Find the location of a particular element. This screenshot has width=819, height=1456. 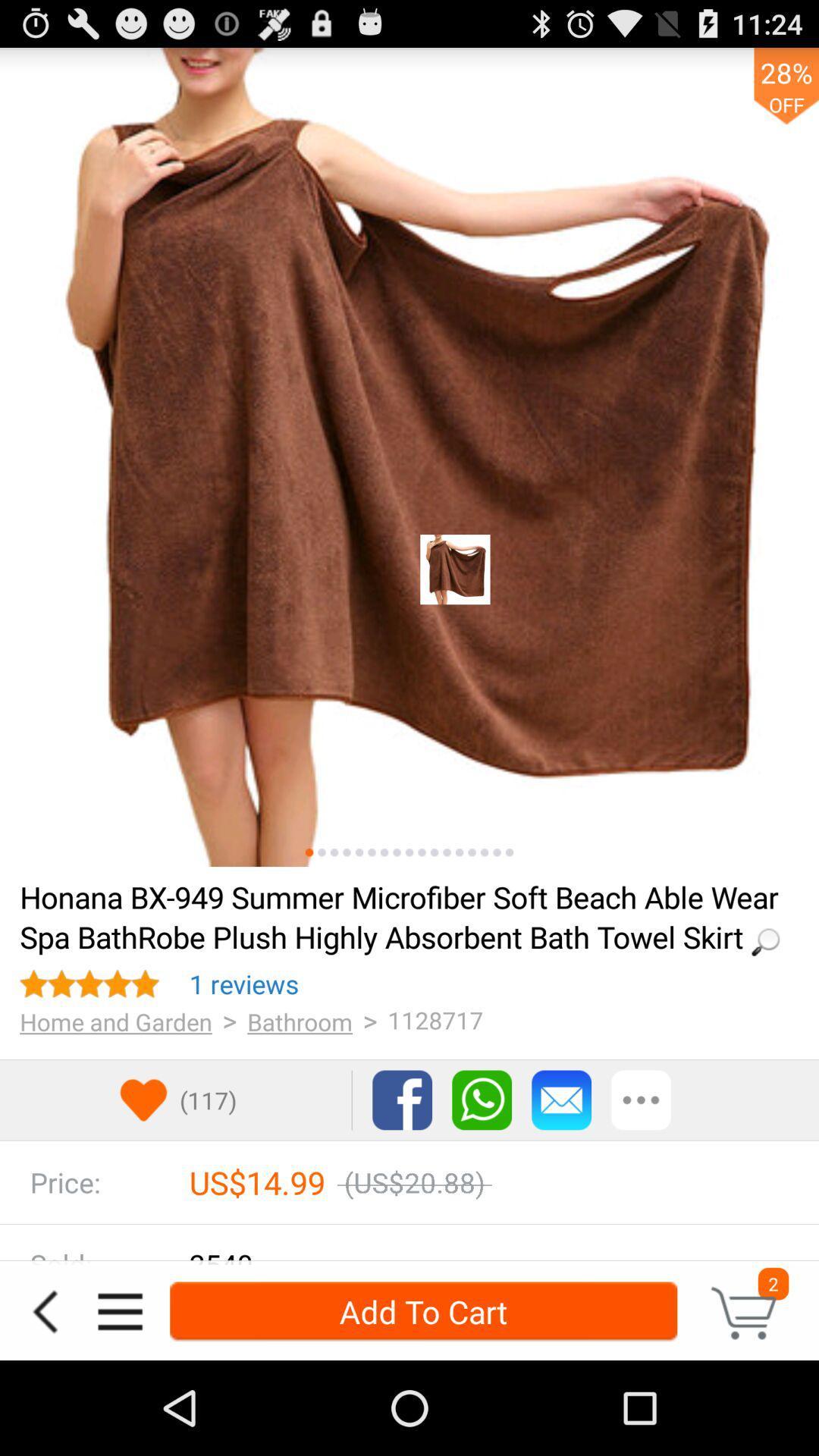

next image is located at coordinates (396, 852).